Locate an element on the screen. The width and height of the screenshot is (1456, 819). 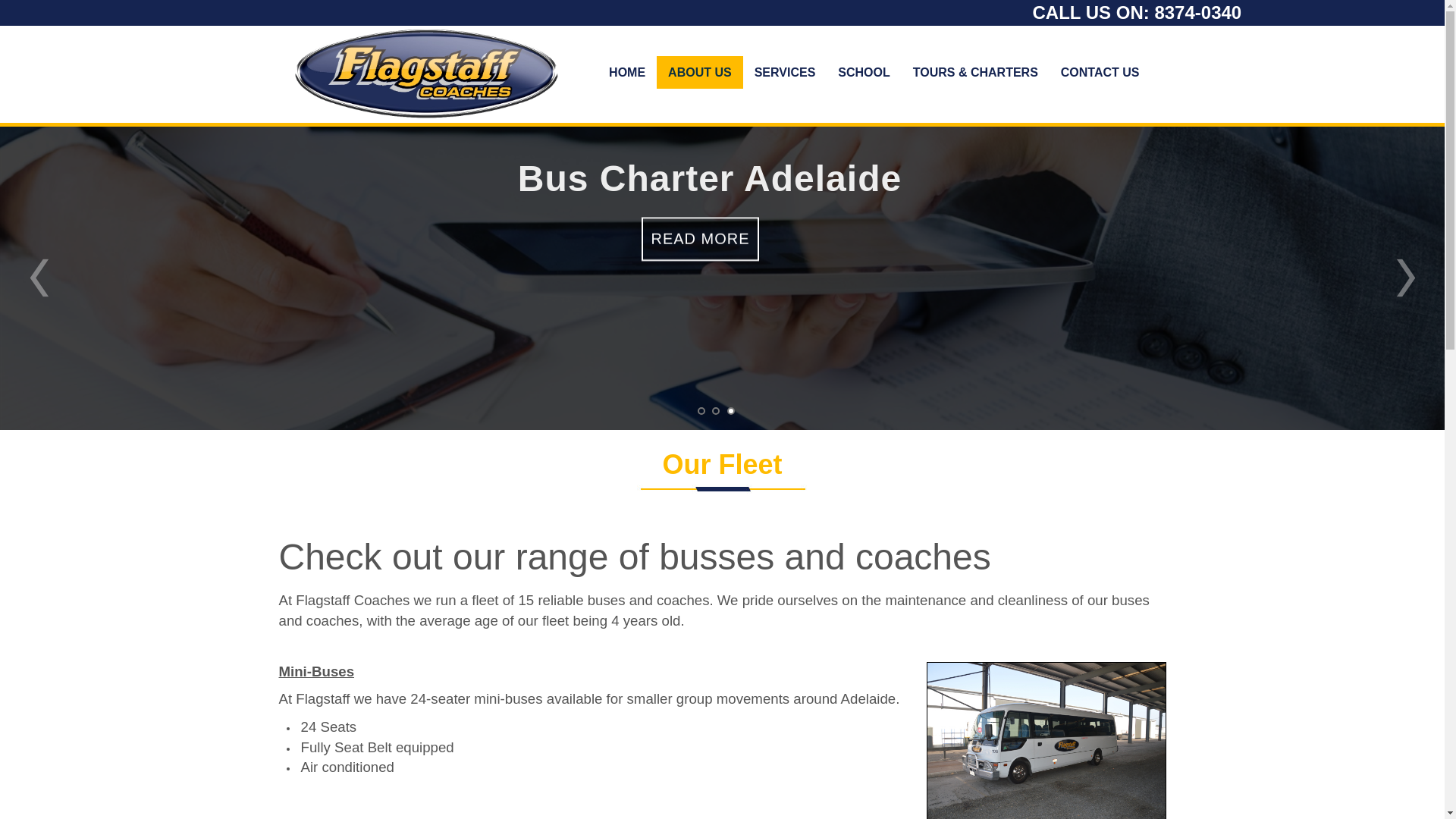
'HOME' is located at coordinates (626, 72).